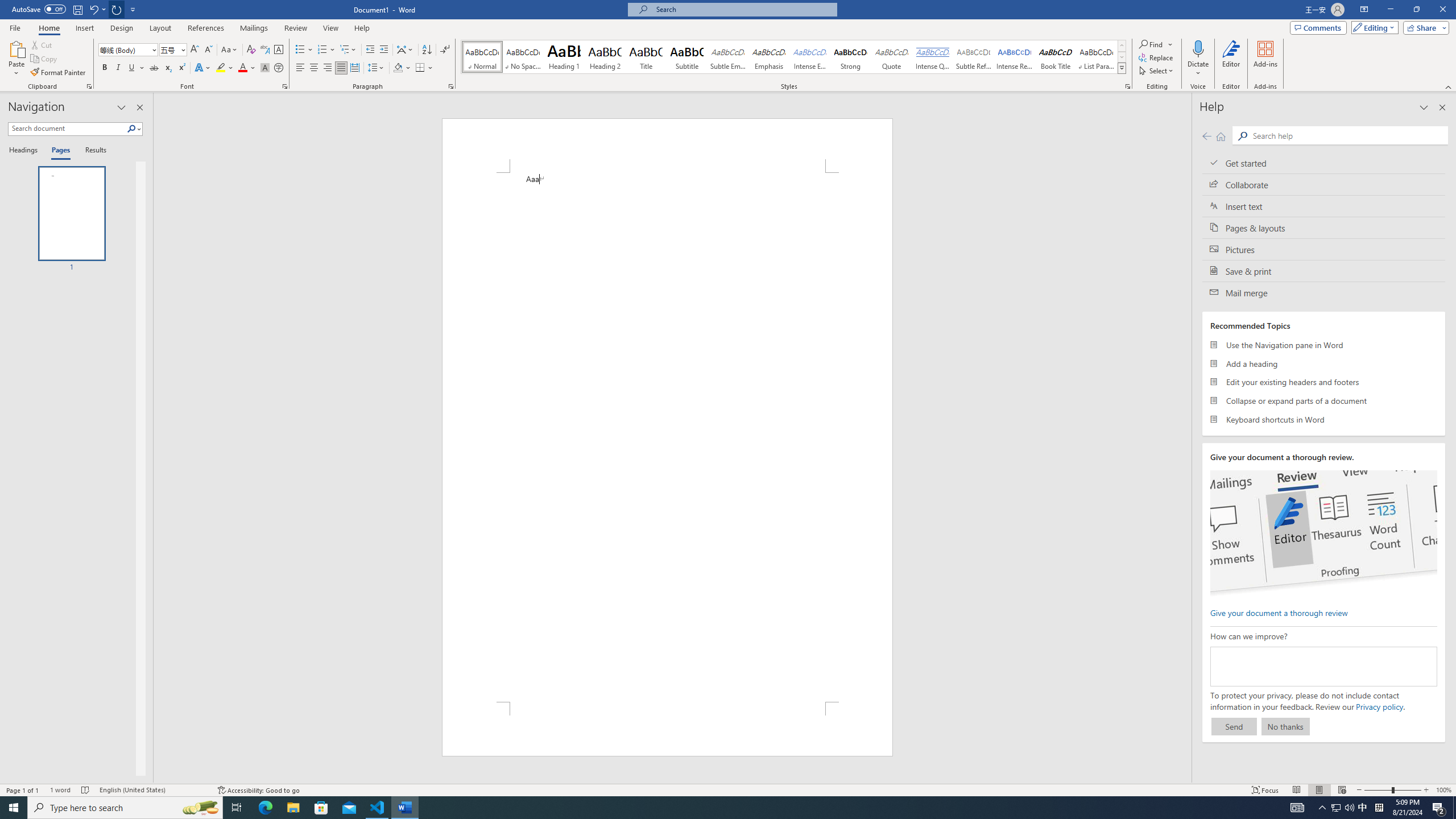 The width and height of the screenshot is (1456, 819). Describe the element at coordinates (85, 790) in the screenshot. I see `'Spelling and Grammar Check No Errors'` at that location.